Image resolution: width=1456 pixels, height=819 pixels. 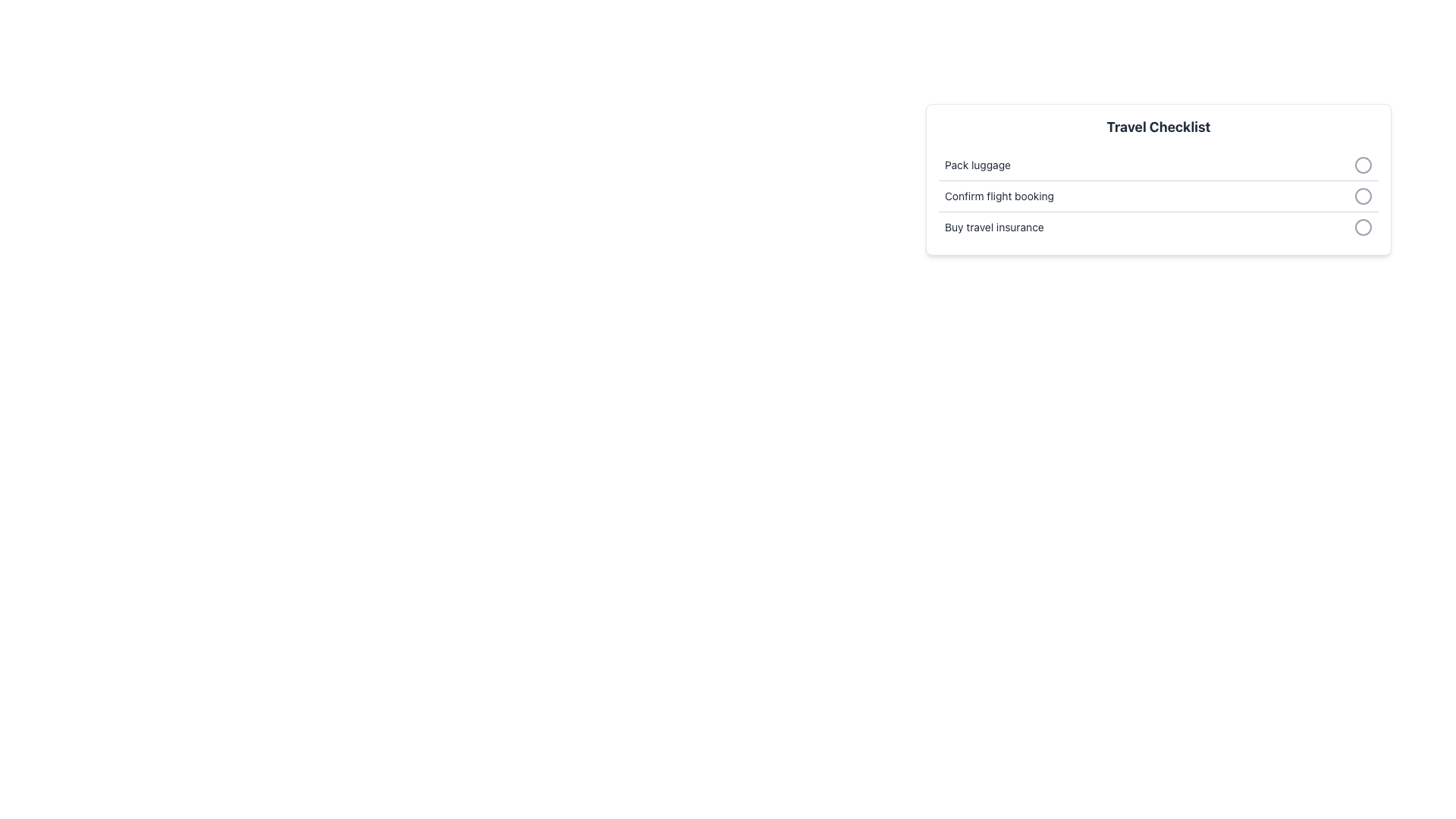 What do you see at coordinates (977, 165) in the screenshot?
I see `the text label for the first item in the travel checklist interface, which represents the task description for 'Confirm flight booking' and 'Buy travel insurance'` at bounding box center [977, 165].